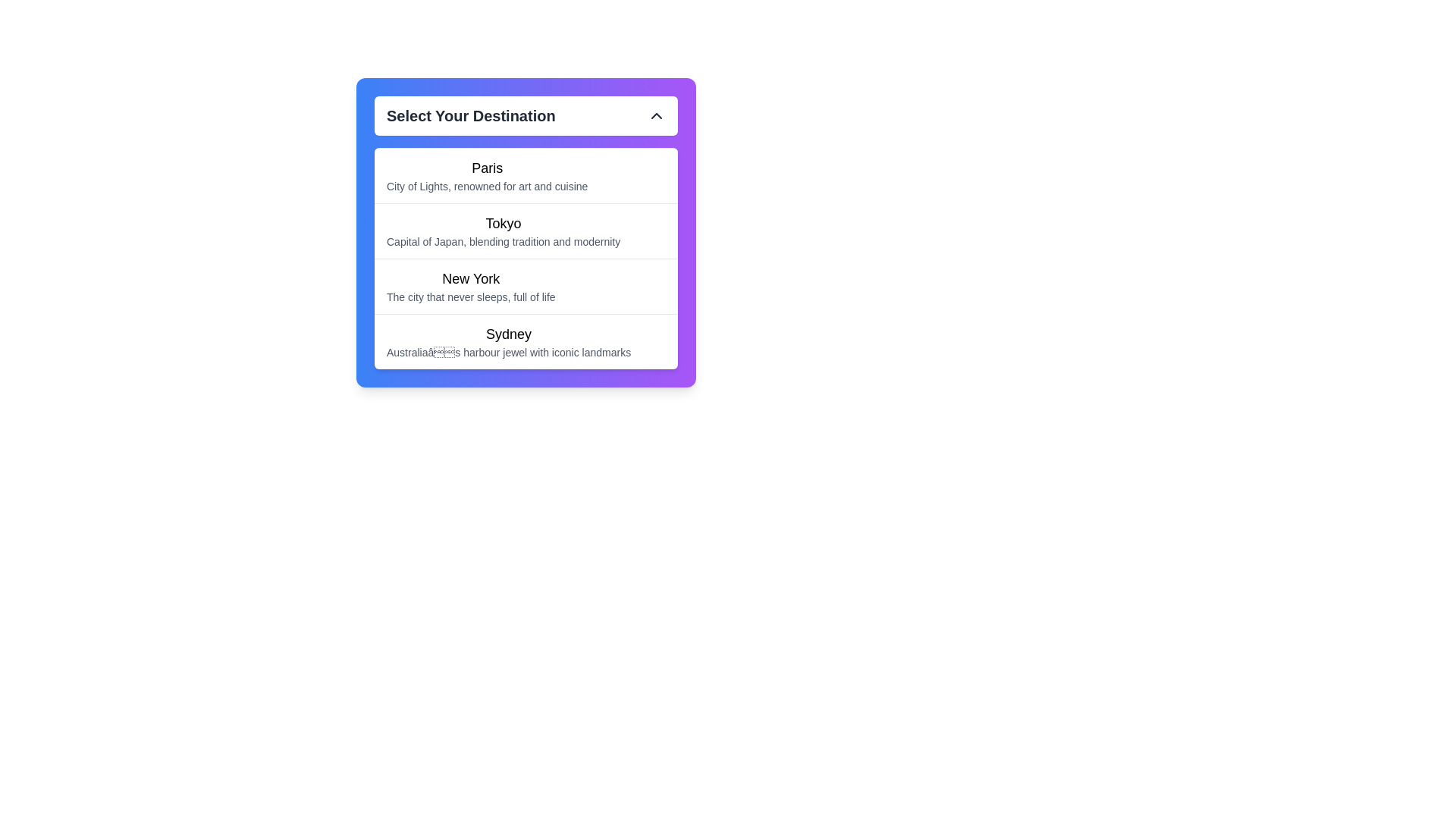  I want to click on the List Item element displaying 'Tokyo' which shows the subtitle 'Capital of Japan, blending tradition and modernity', so click(526, 231).